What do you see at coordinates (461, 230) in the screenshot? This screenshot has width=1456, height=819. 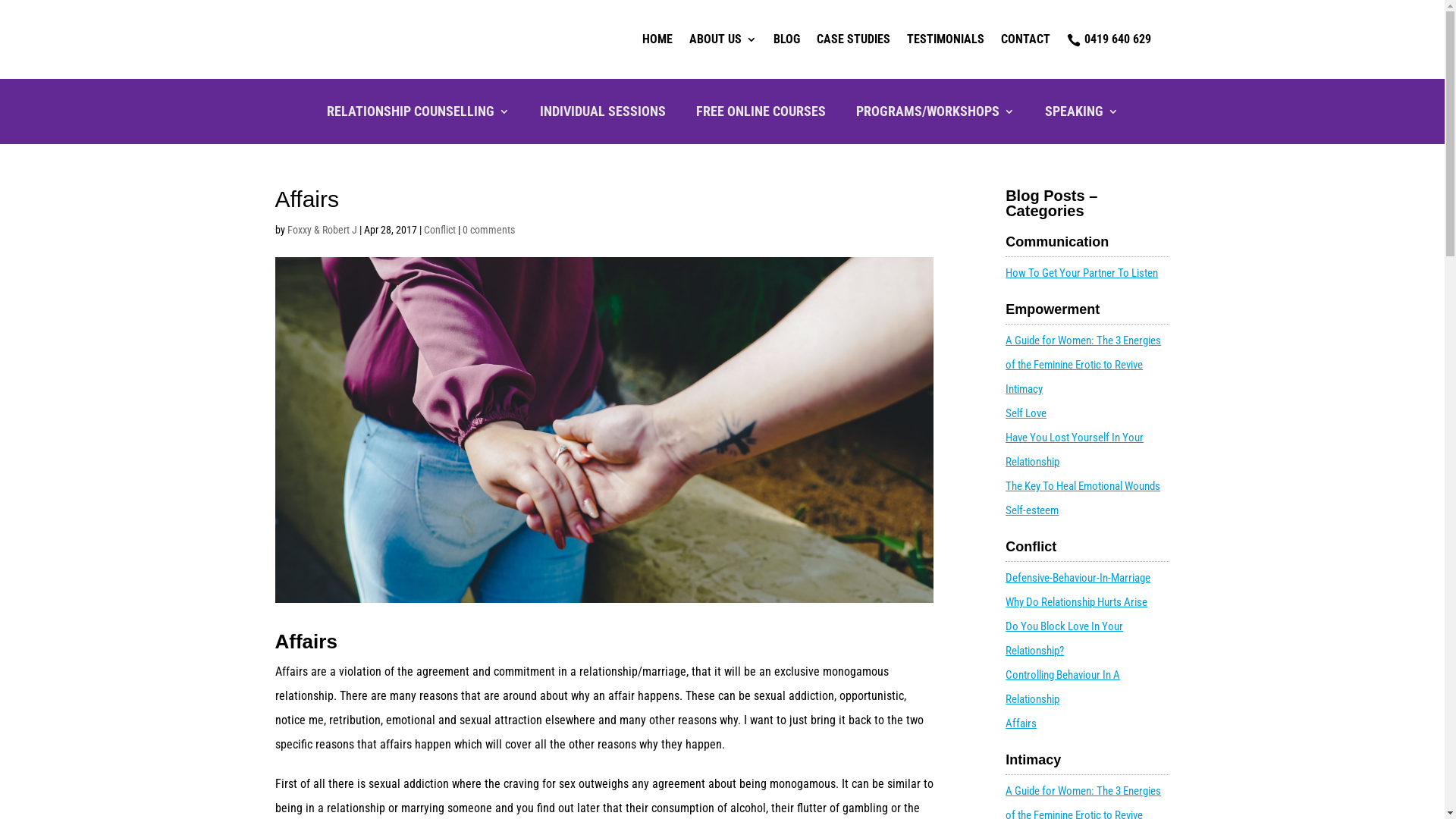 I see `'0 comments'` at bounding box center [461, 230].